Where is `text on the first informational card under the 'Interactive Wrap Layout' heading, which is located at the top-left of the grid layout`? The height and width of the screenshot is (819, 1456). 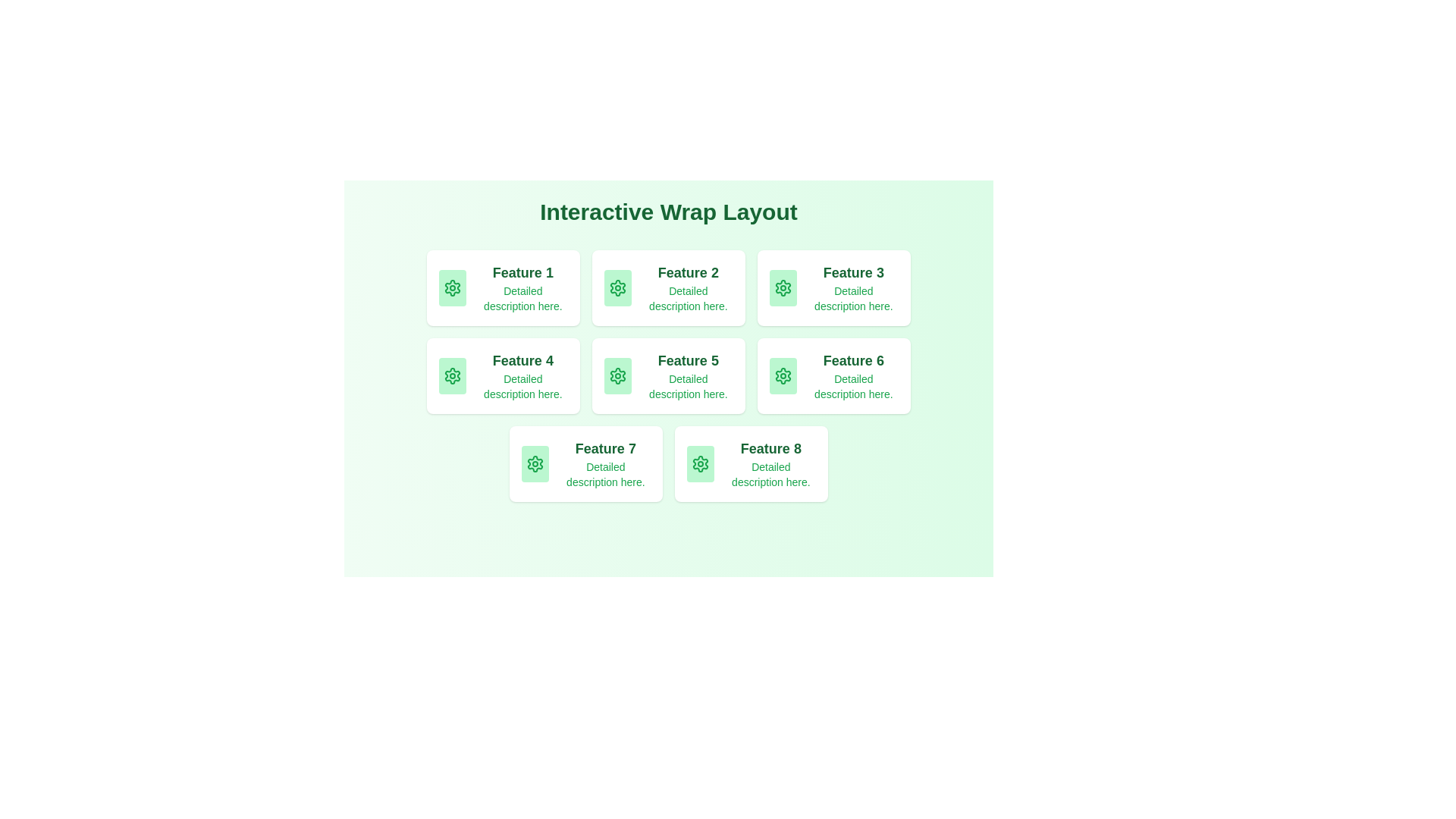 text on the first informational card under the 'Interactive Wrap Layout' heading, which is located at the top-left of the grid layout is located at coordinates (503, 288).